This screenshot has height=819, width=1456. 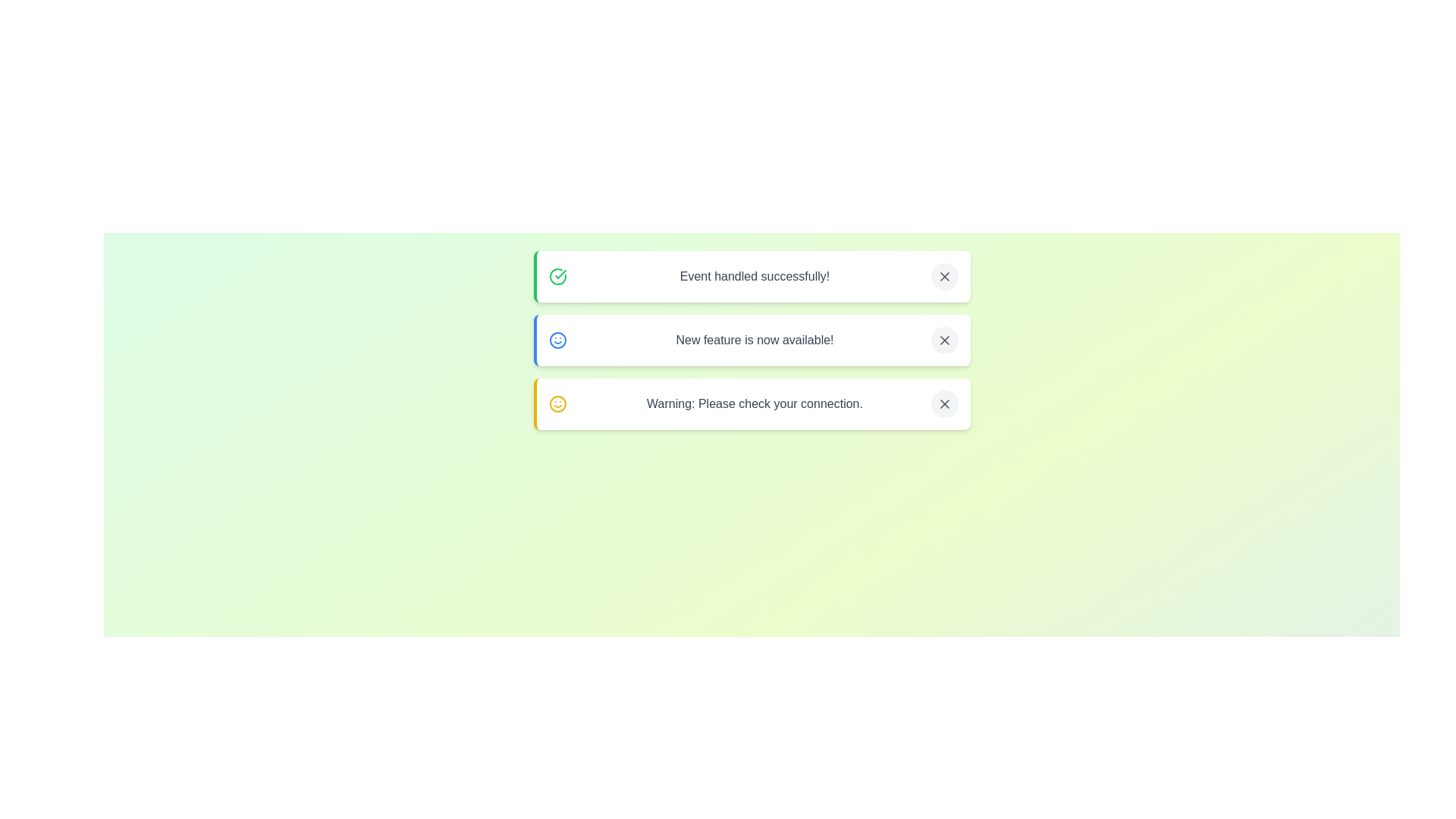 I want to click on the status icon that indicates successful event handling, so click(x=557, y=277).